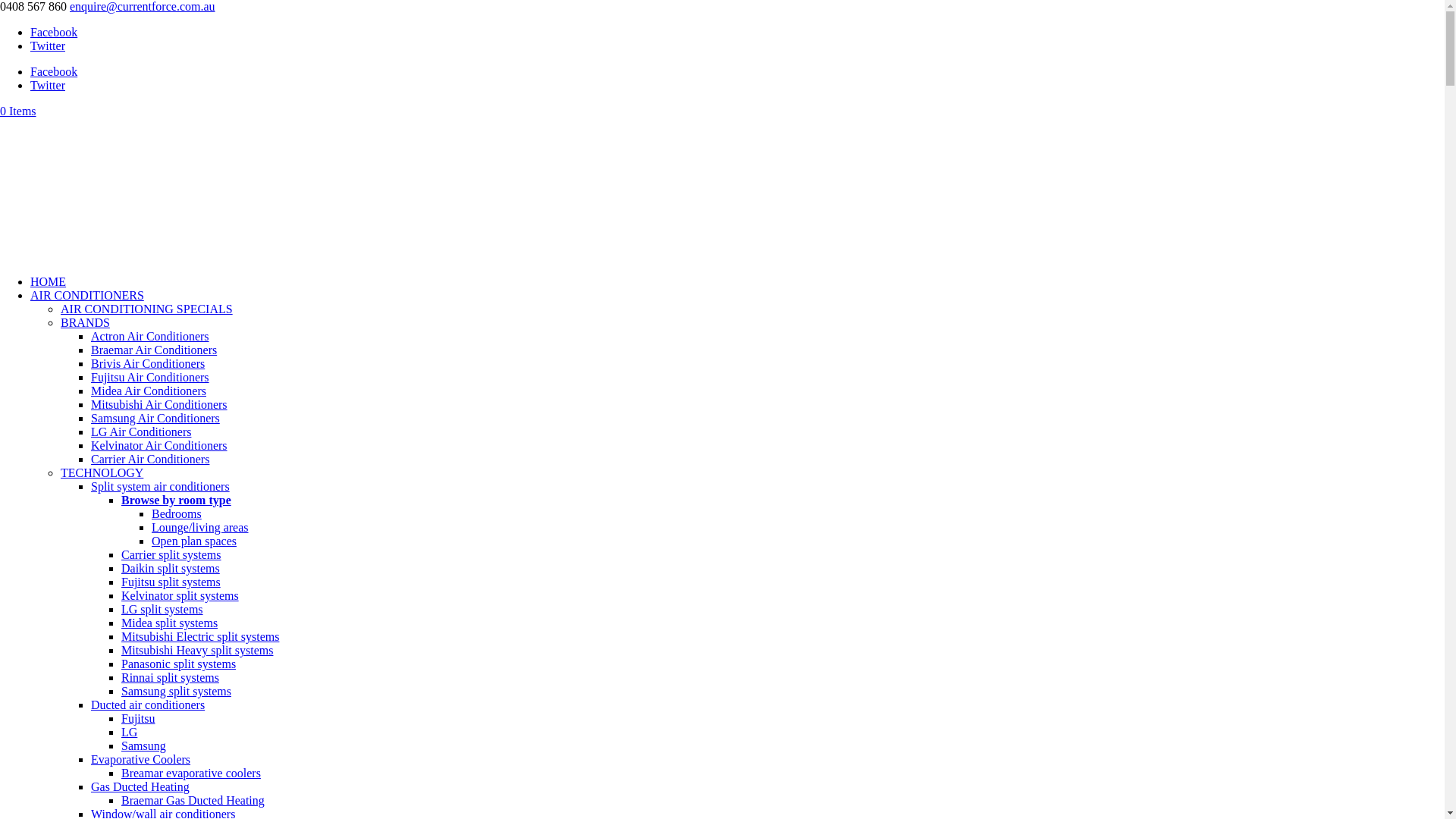 Image resolution: width=1456 pixels, height=819 pixels. I want to click on 'enquire@currentforce.com.au', so click(142, 6).